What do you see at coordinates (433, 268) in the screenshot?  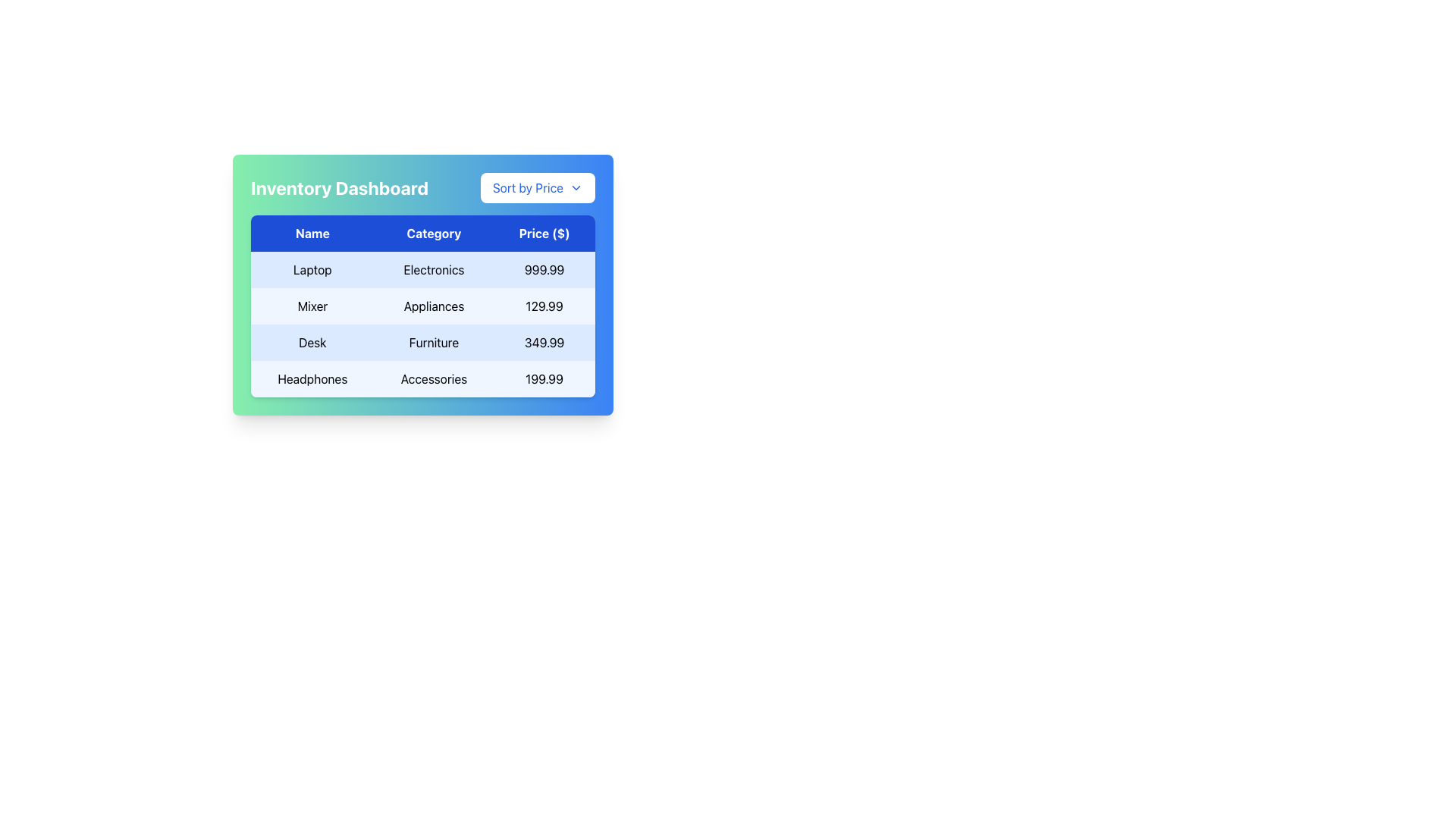 I see `the text element displaying 'Electronics', styled with a tabular font in black on a light blue background, located in the second column of the first row under the 'Name' header` at bounding box center [433, 268].